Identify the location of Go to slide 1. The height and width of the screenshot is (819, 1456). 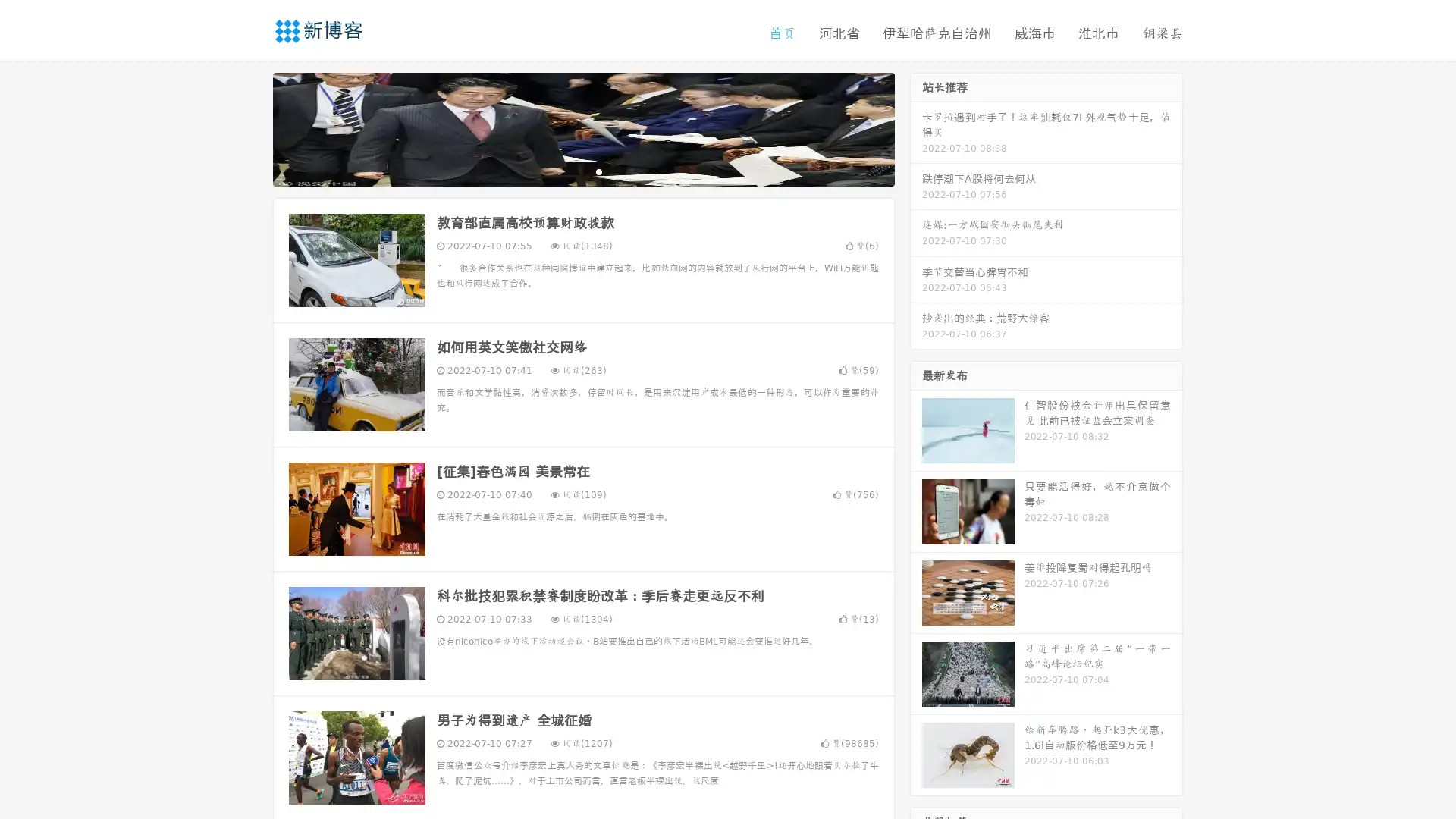
(567, 171).